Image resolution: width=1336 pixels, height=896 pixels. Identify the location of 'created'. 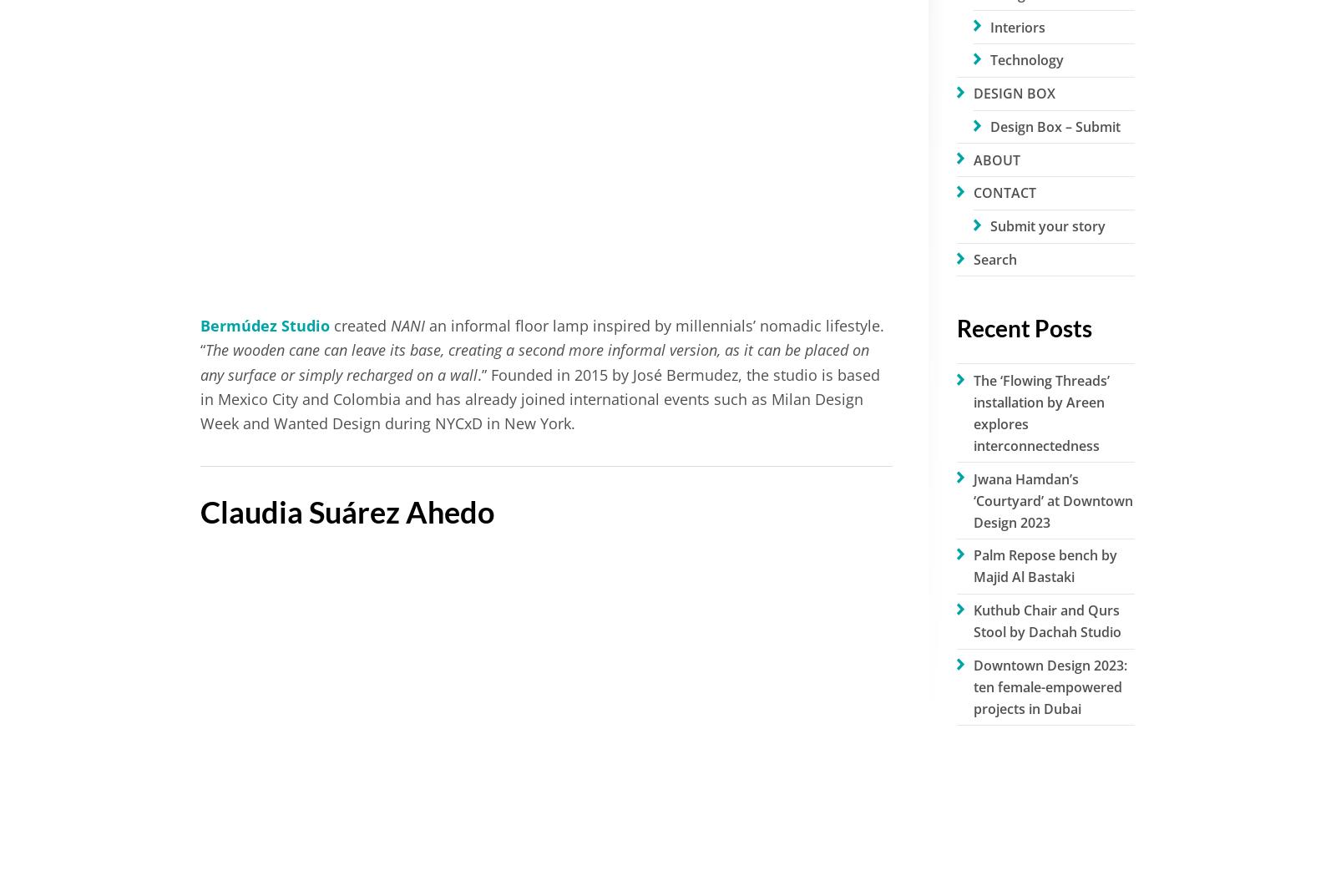
(359, 325).